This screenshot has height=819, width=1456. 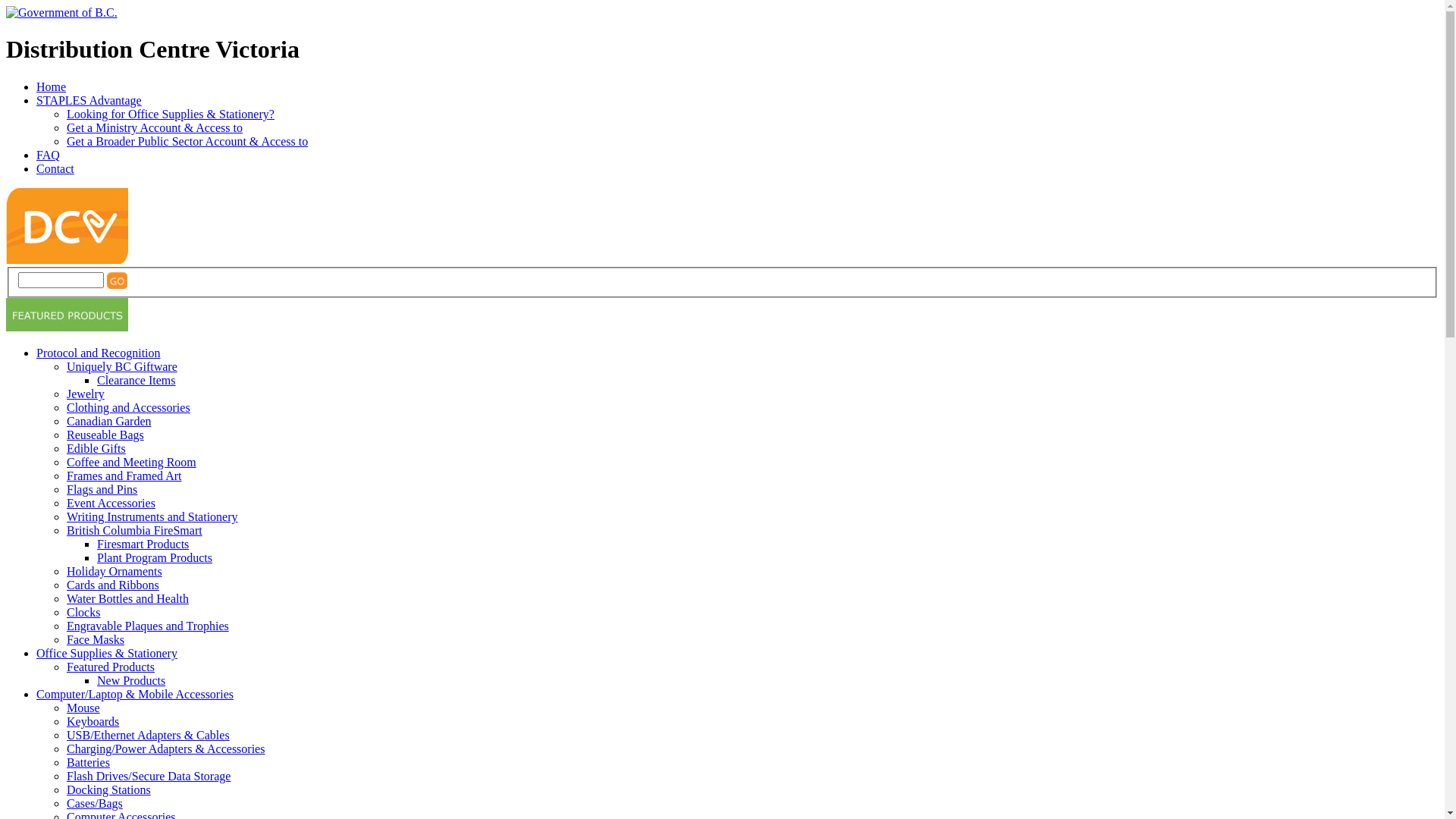 What do you see at coordinates (113, 571) in the screenshot?
I see `'Holiday Ornaments'` at bounding box center [113, 571].